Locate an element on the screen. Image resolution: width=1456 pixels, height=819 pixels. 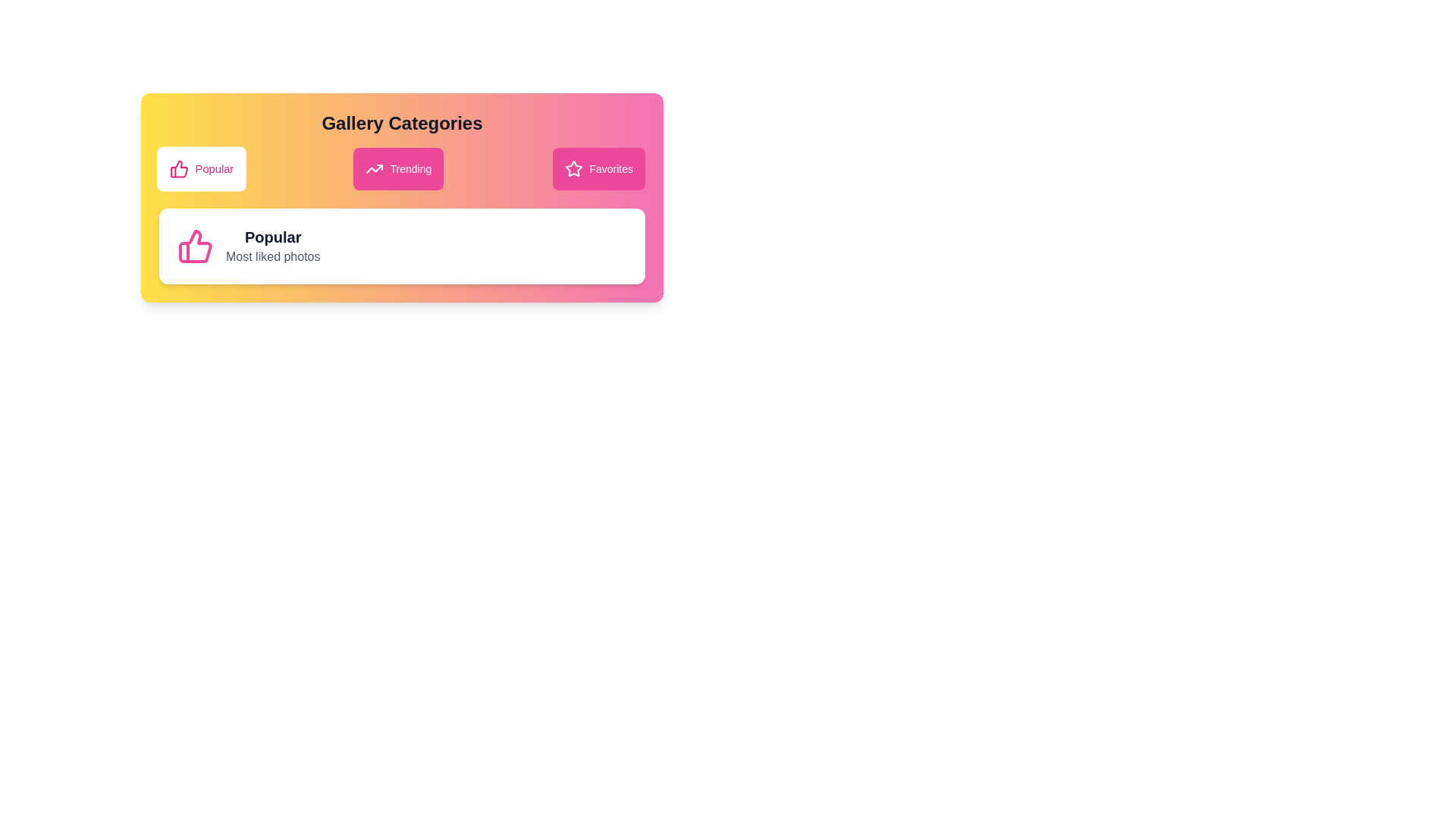
the icon within the 'Trending' button is located at coordinates (375, 169).